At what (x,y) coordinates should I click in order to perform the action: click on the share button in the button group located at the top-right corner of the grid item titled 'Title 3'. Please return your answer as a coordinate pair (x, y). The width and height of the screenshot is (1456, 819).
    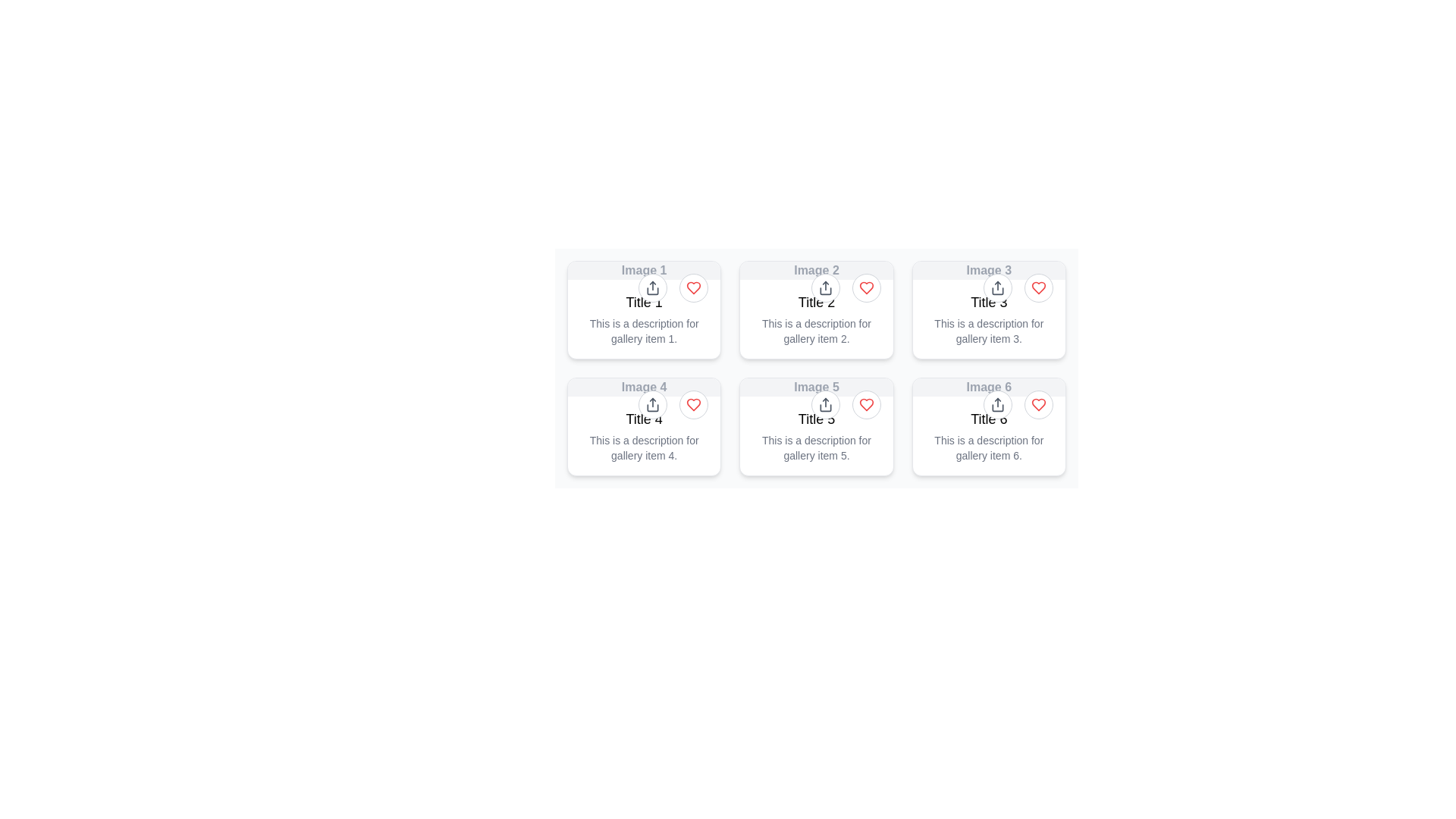
    Looking at the image, I should click on (1018, 288).